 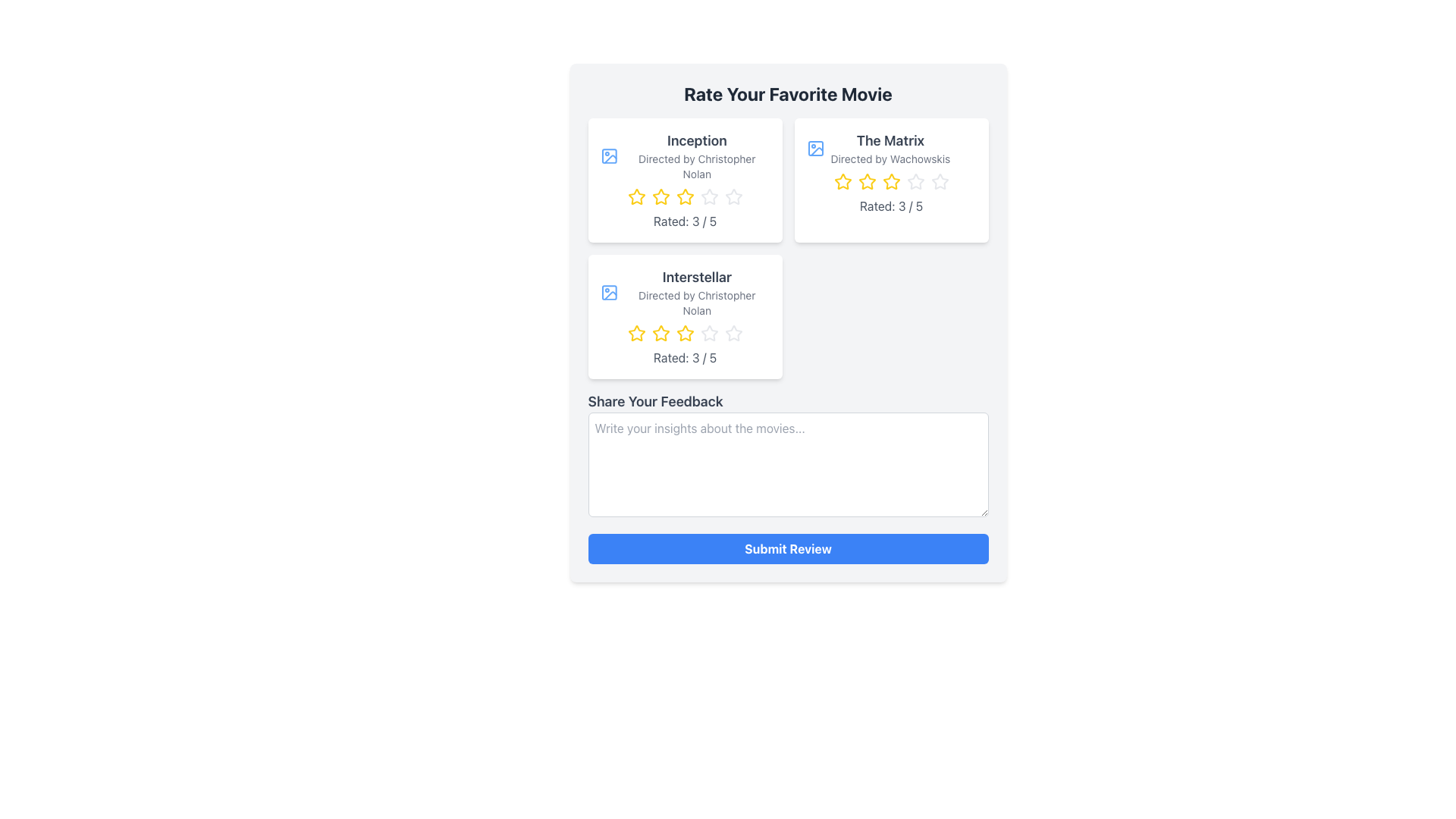 I want to click on the text label that displays the rating 'Rated: 3 / 5' for the movie 'The Matrix', which is styled in gray and positioned below the rating stars inside the card component, so click(x=891, y=206).